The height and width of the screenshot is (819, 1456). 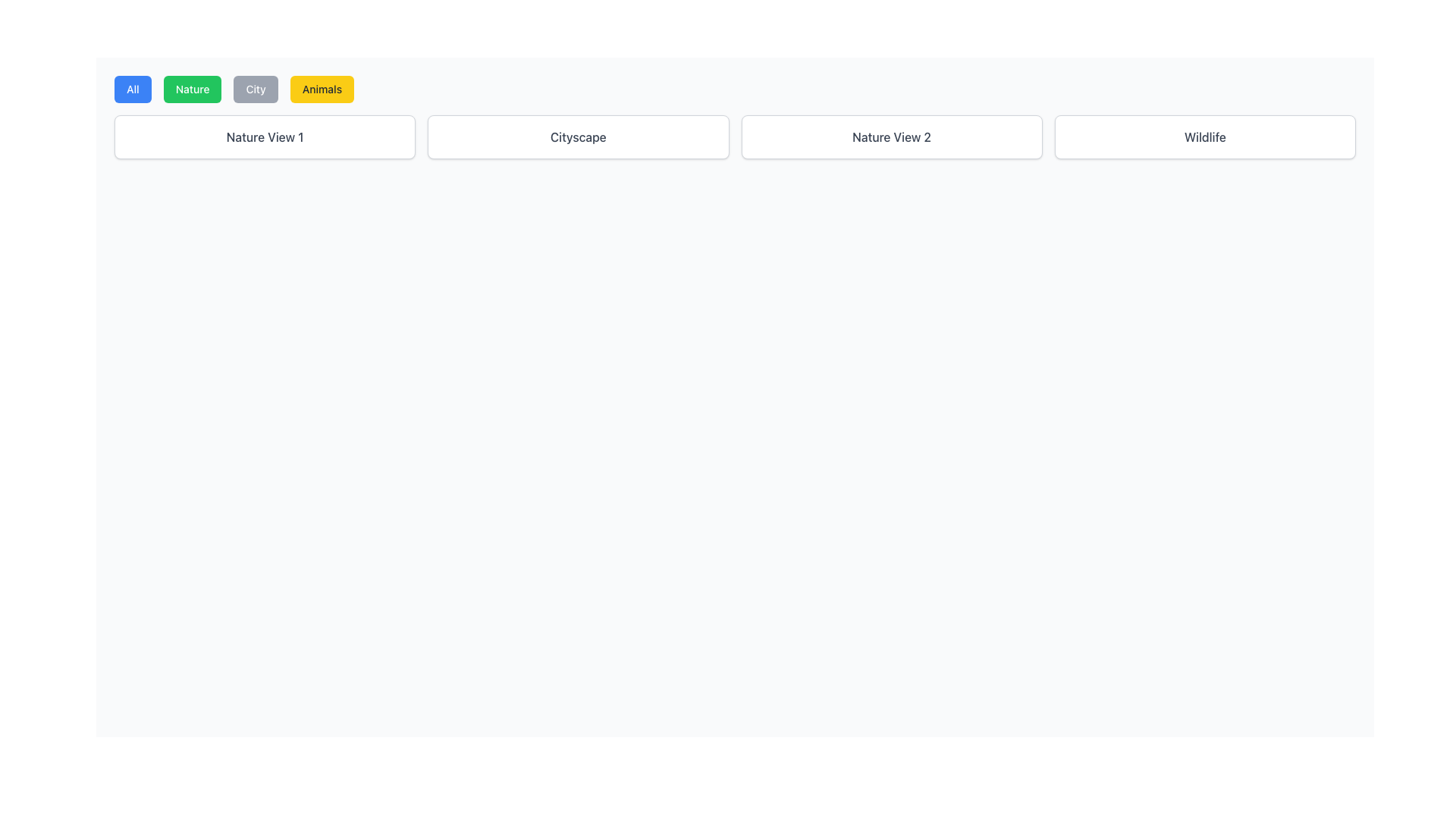 What do you see at coordinates (1204, 137) in the screenshot?
I see `the non-interactive label indicating the category 'Wildlife' which is the fourth item in a horizontally aligned grid near the top of the interface` at bounding box center [1204, 137].